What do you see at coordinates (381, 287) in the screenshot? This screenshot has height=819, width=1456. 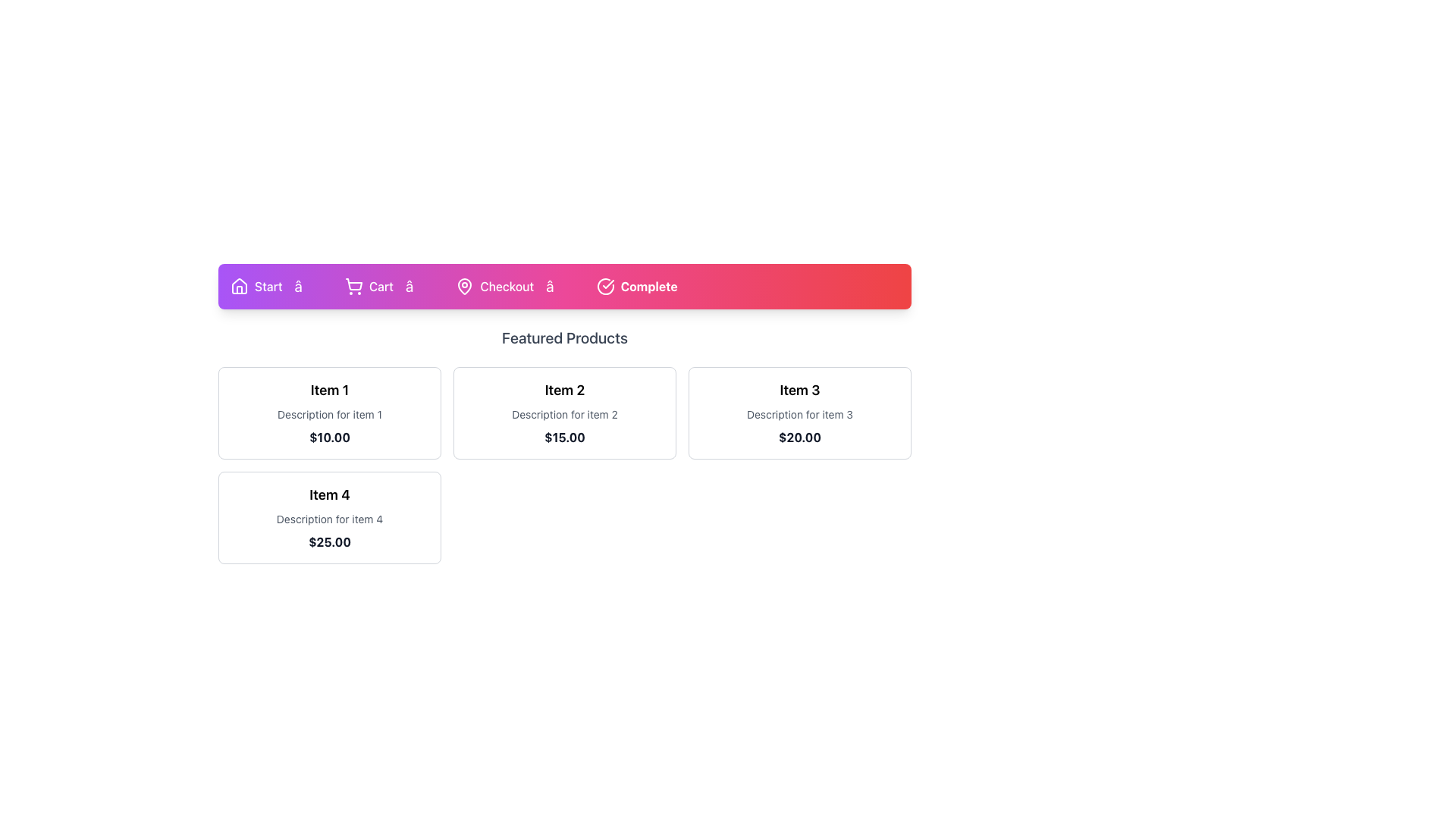 I see `the 'Cart' text label located in the navigation bar` at bounding box center [381, 287].